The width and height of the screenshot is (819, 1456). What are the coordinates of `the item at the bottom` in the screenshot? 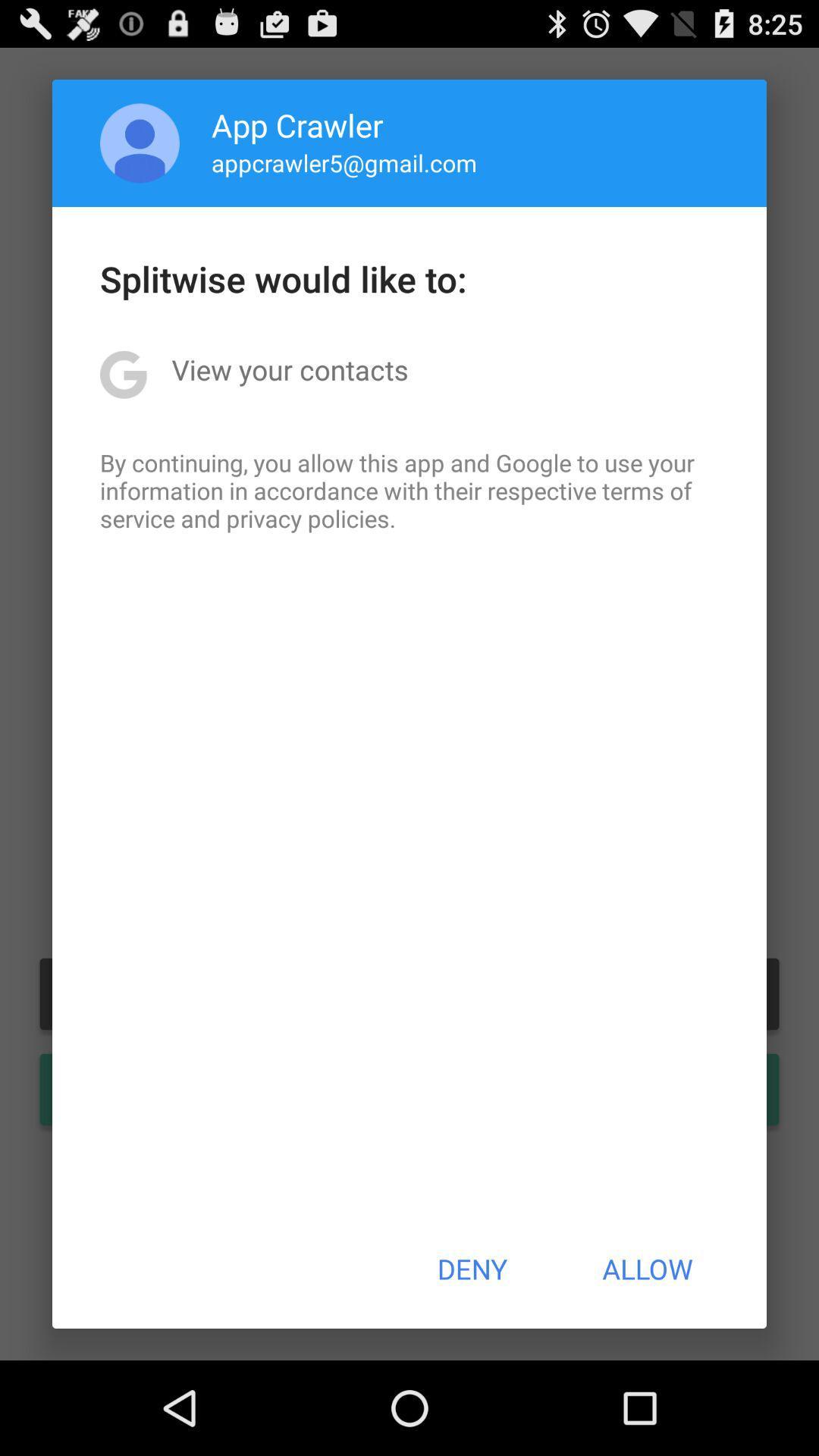 It's located at (471, 1269).